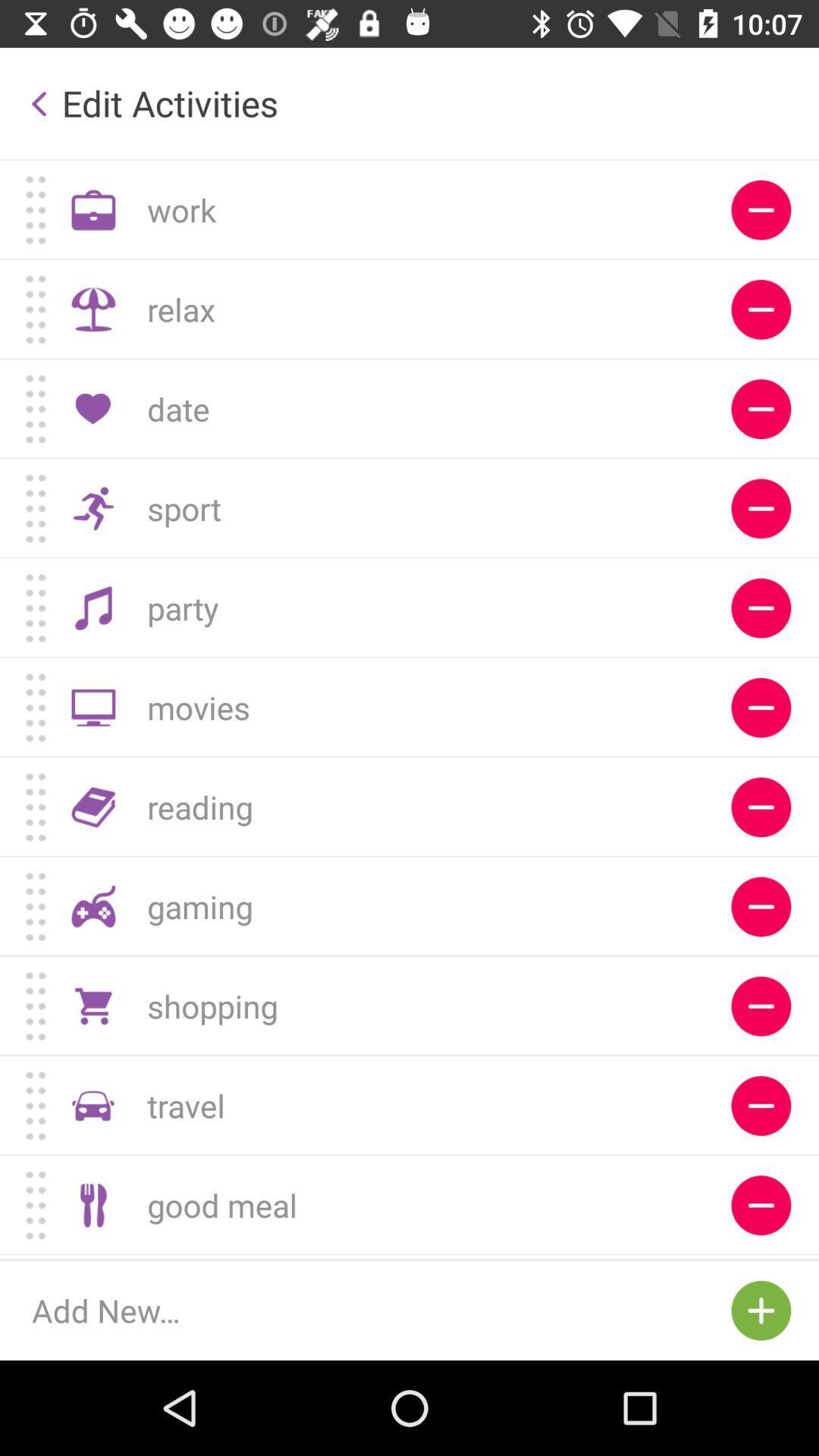  I want to click on remove relax, so click(761, 309).